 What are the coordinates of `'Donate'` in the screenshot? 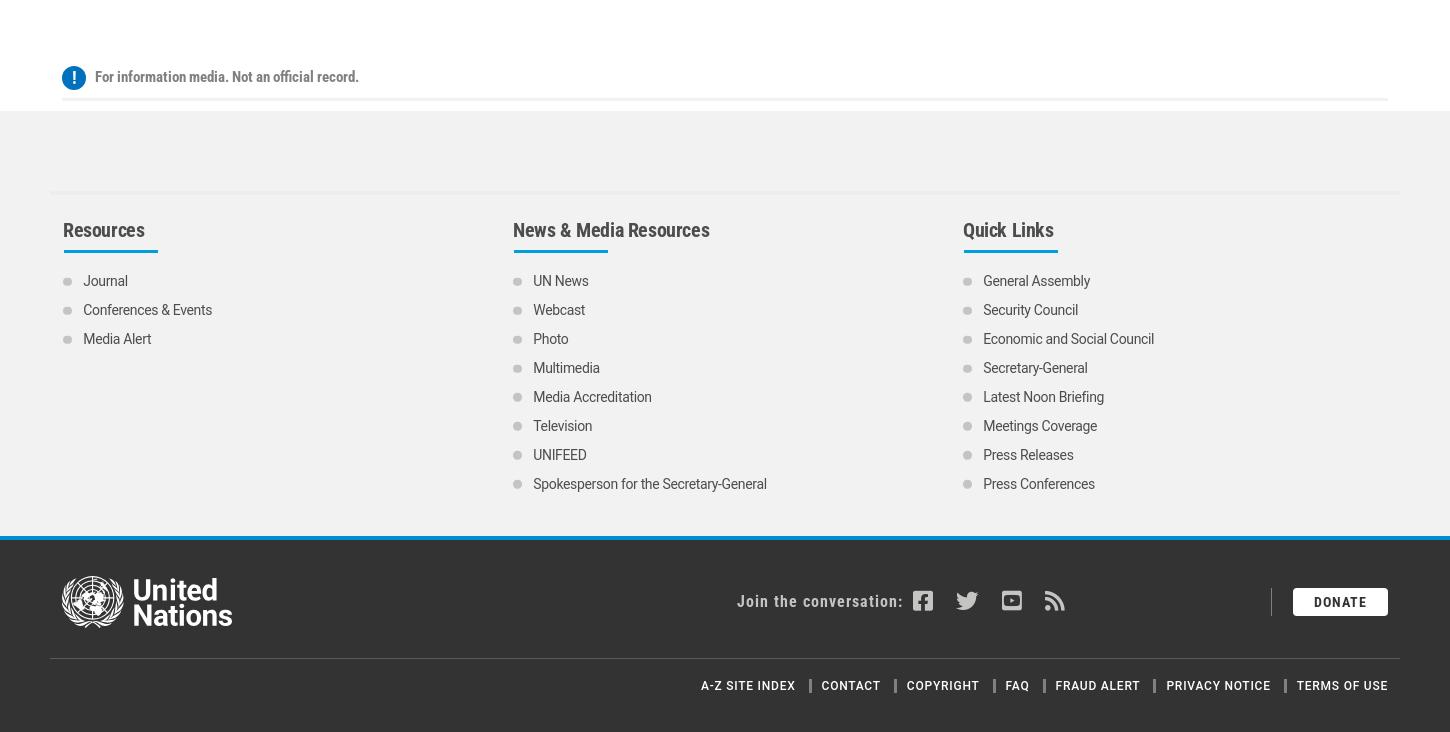 It's located at (1339, 410).